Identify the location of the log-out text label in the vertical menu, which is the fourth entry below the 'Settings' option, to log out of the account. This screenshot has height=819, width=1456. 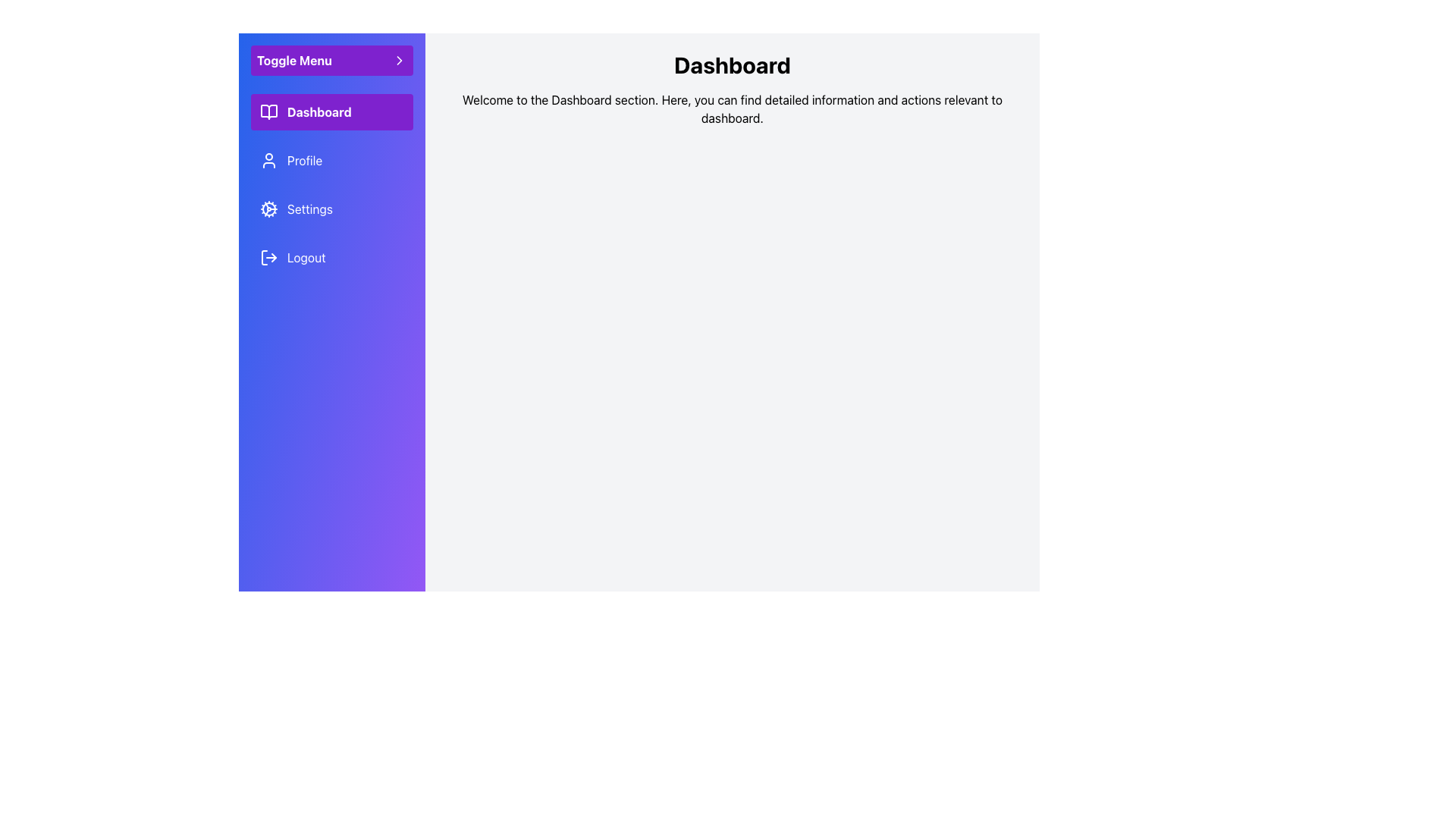
(306, 256).